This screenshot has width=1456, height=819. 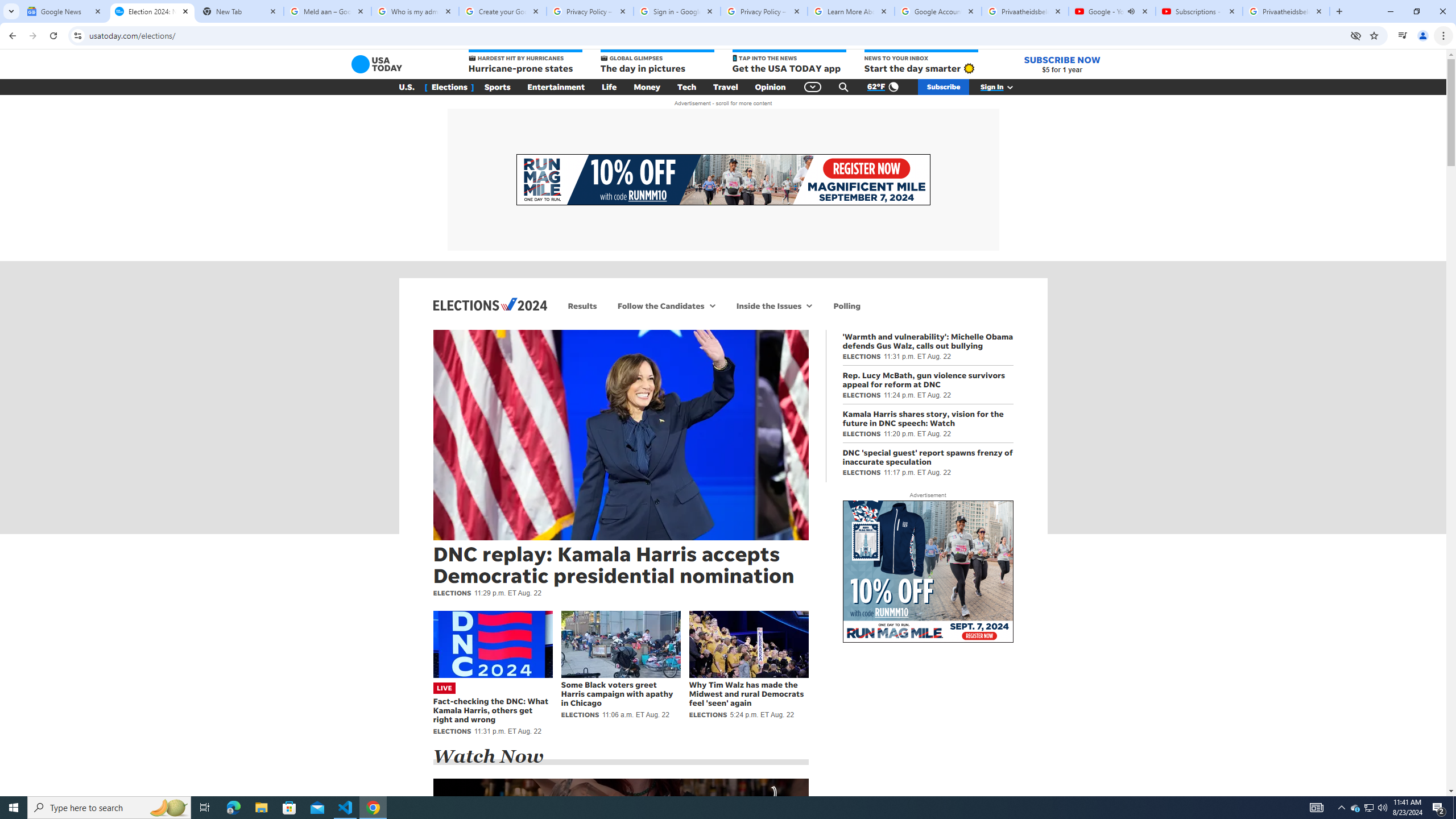 What do you see at coordinates (846, 305) in the screenshot?
I see `'Polling'` at bounding box center [846, 305].